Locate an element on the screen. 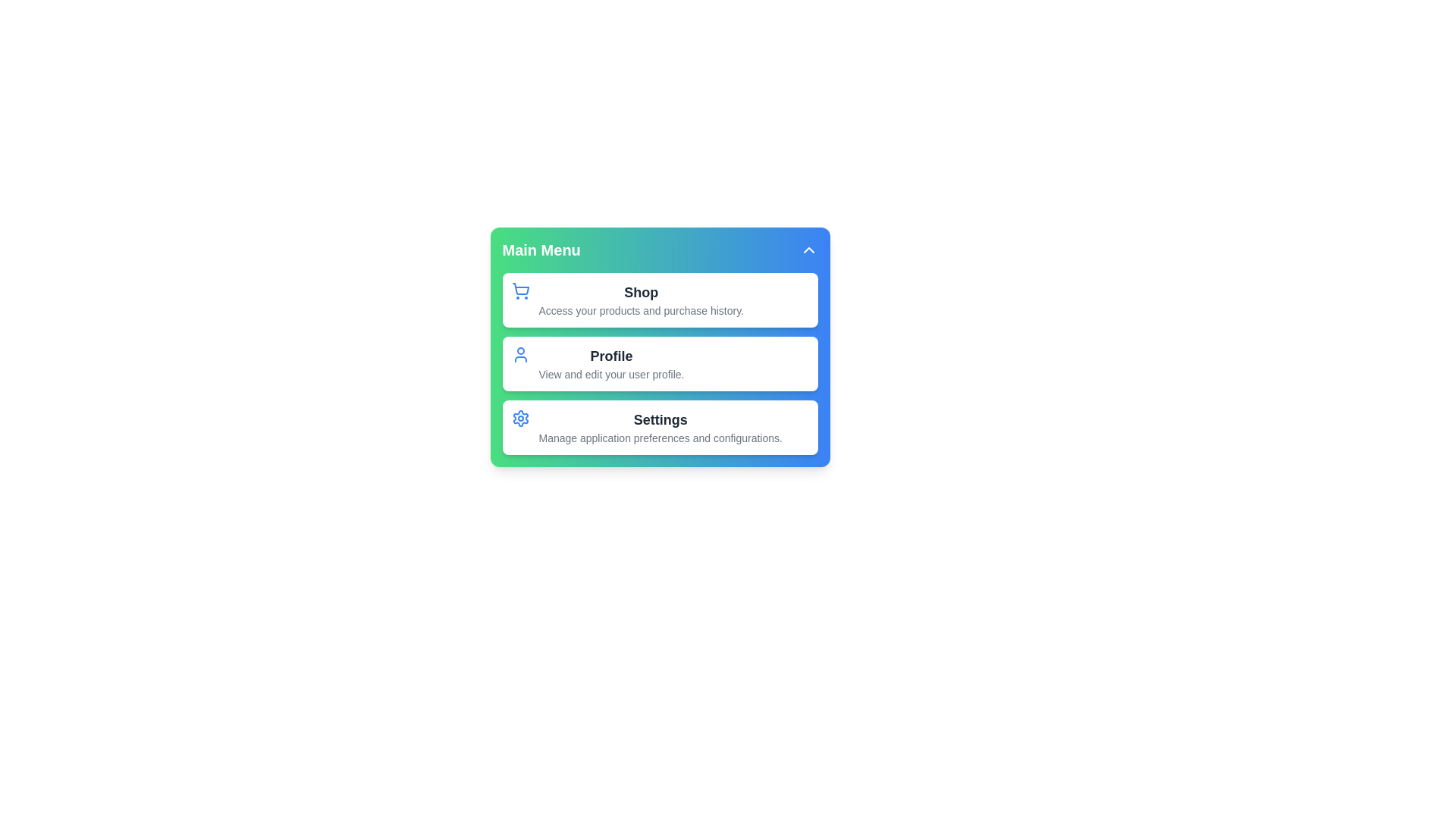  the icon of the menu item Settings is located at coordinates (520, 418).